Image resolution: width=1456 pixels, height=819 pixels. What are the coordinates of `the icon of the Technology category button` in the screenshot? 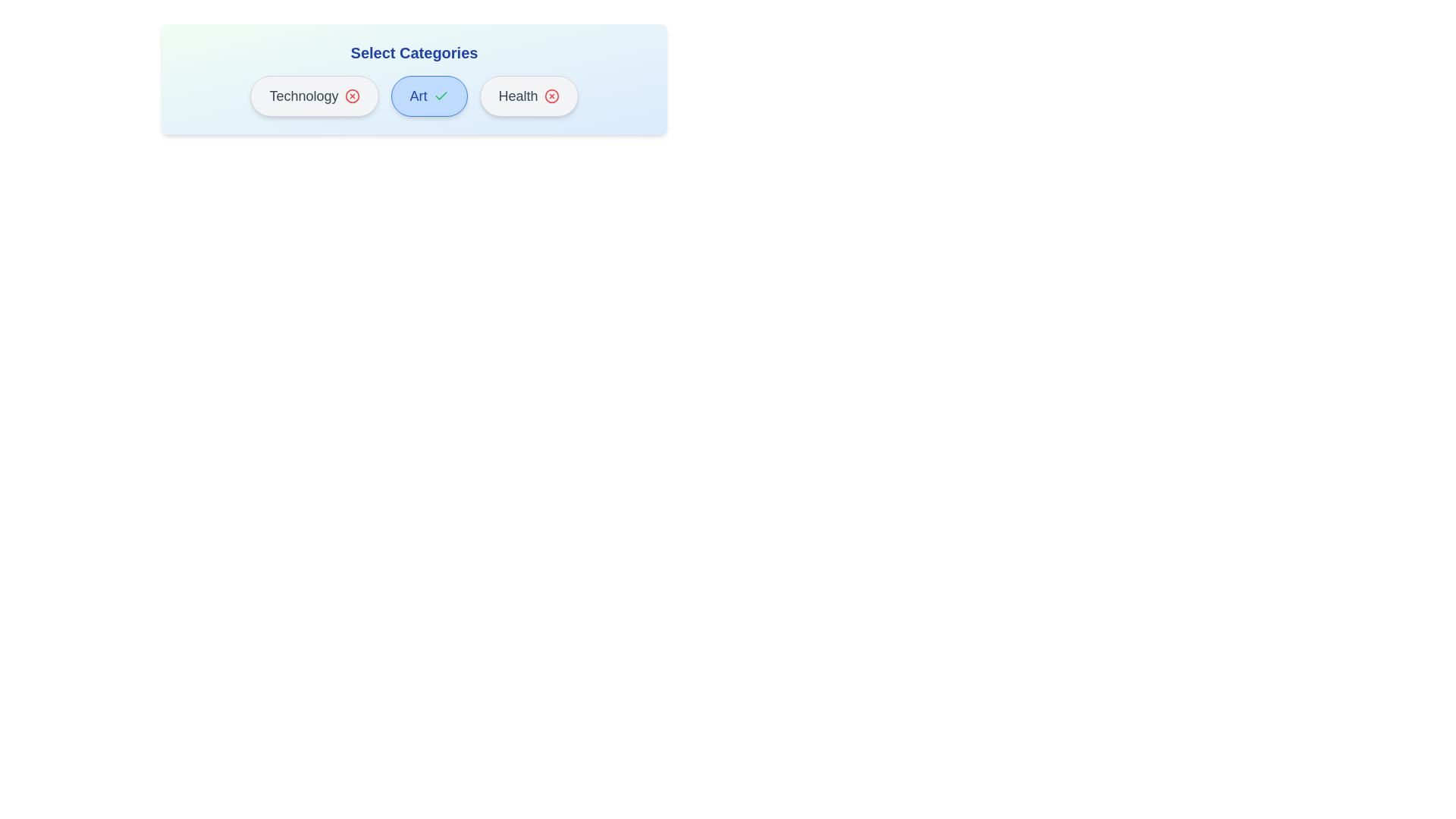 It's located at (351, 96).